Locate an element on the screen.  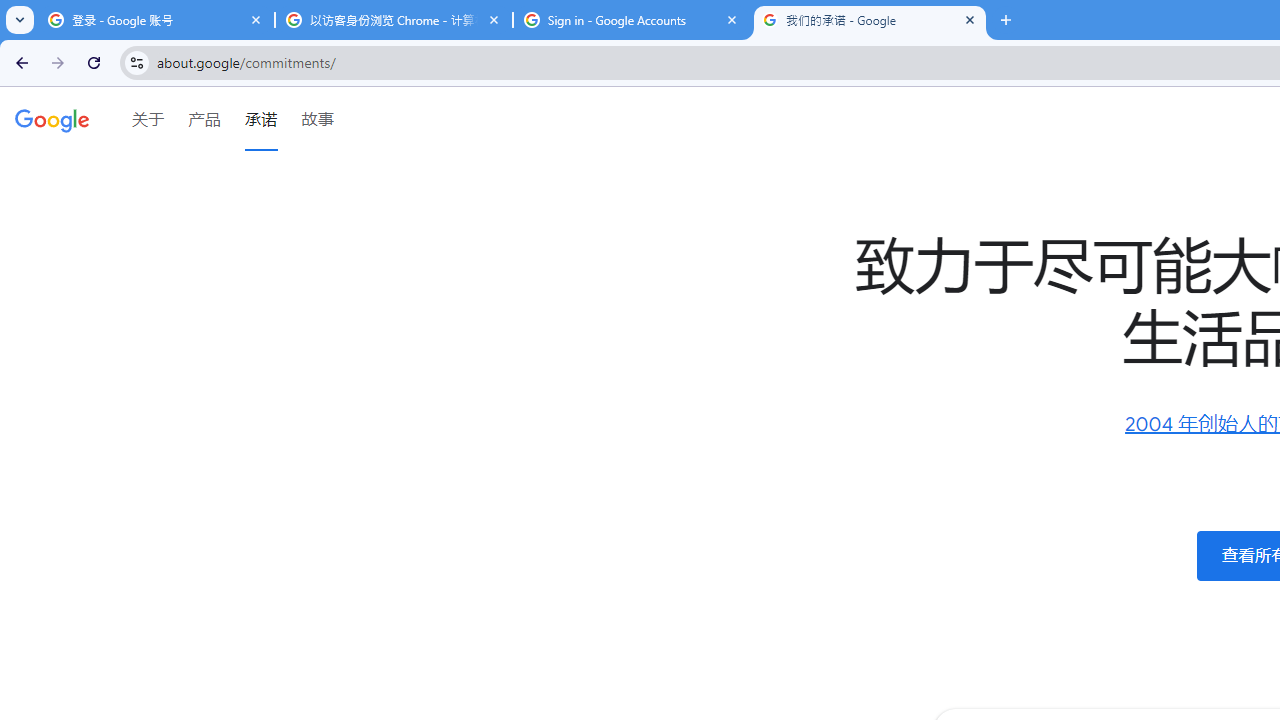
'Sign in - Google Accounts' is located at coordinates (631, 20).